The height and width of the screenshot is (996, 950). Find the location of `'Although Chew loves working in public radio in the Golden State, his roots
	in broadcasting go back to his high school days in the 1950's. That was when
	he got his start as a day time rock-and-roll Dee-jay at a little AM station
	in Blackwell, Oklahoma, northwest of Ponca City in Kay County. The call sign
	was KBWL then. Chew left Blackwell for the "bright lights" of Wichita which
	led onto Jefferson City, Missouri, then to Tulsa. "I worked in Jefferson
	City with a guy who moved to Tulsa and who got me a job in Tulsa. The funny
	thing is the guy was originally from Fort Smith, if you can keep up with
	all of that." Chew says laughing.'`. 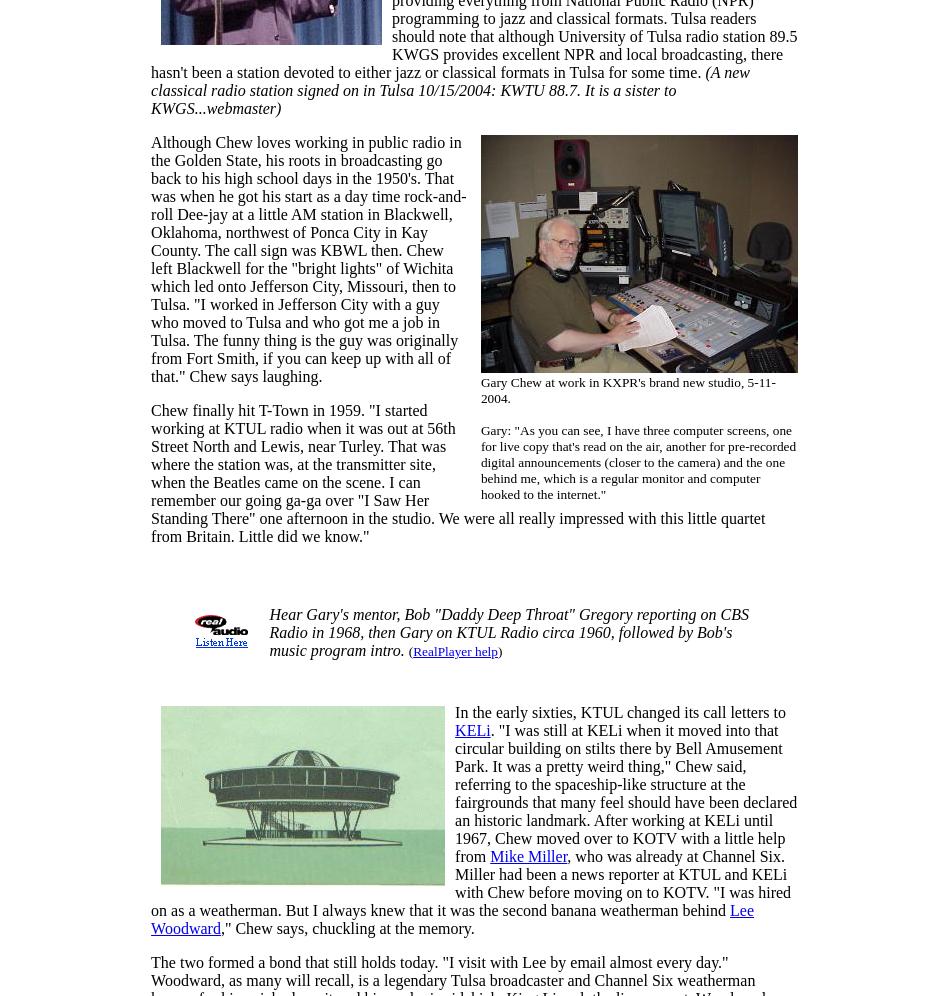

'Although Chew loves working in public radio in the Golden State, his roots
	in broadcasting go back to his high school days in the 1950's. That was when
	he got his start as a day time rock-and-roll Dee-jay at a little AM station
	in Blackwell, Oklahoma, northwest of Ponca City in Kay County. The call sign
	was KBWL then. Chew left Blackwell for the "bright lights" of Wichita which
	led onto Jefferson City, Missouri, then to Tulsa. "I worked in Jefferson
	City with a guy who moved to Tulsa and who got me a job in Tulsa. The funny
	thing is the guy was originally from Fort Smith, if you can keep up with
	all of that." Chew says laughing.' is located at coordinates (150, 259).